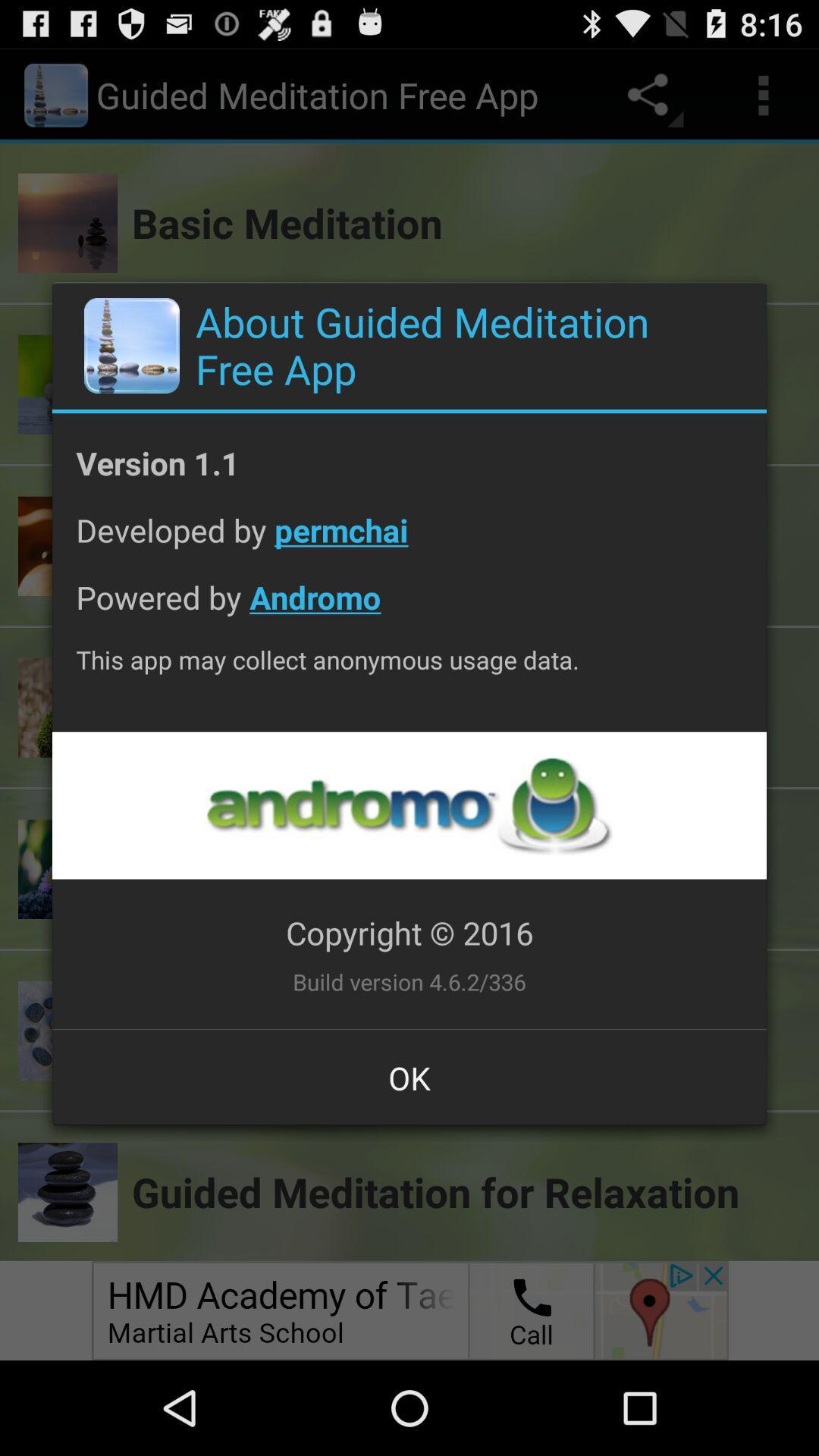 The height and width of the screenshot is (1456, 819). I want to click on developed by permchai, so click(409, 541).